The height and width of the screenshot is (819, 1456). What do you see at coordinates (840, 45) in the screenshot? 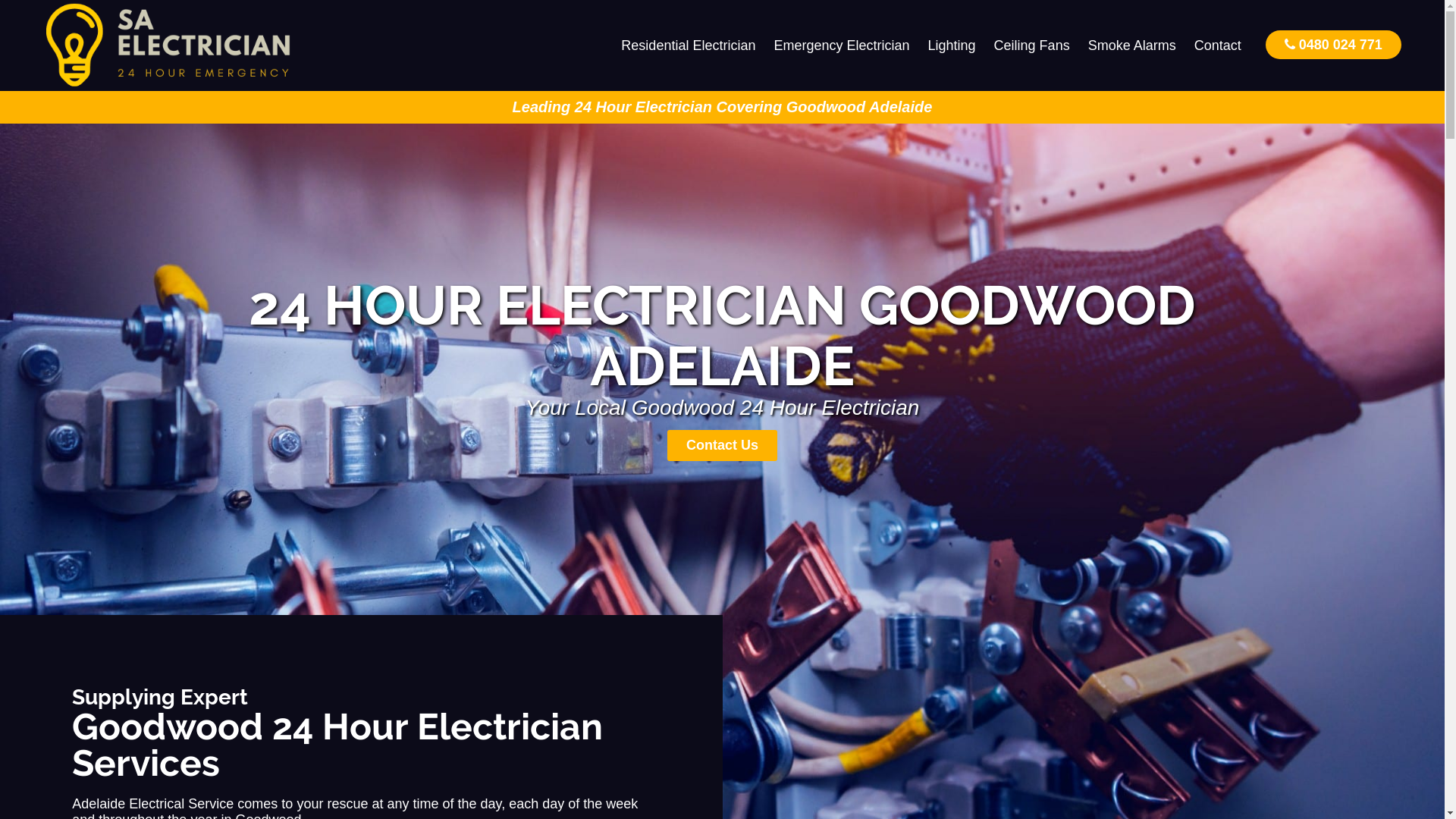
I see `'Emergency Electrician'` at bounding box center [840, 45].